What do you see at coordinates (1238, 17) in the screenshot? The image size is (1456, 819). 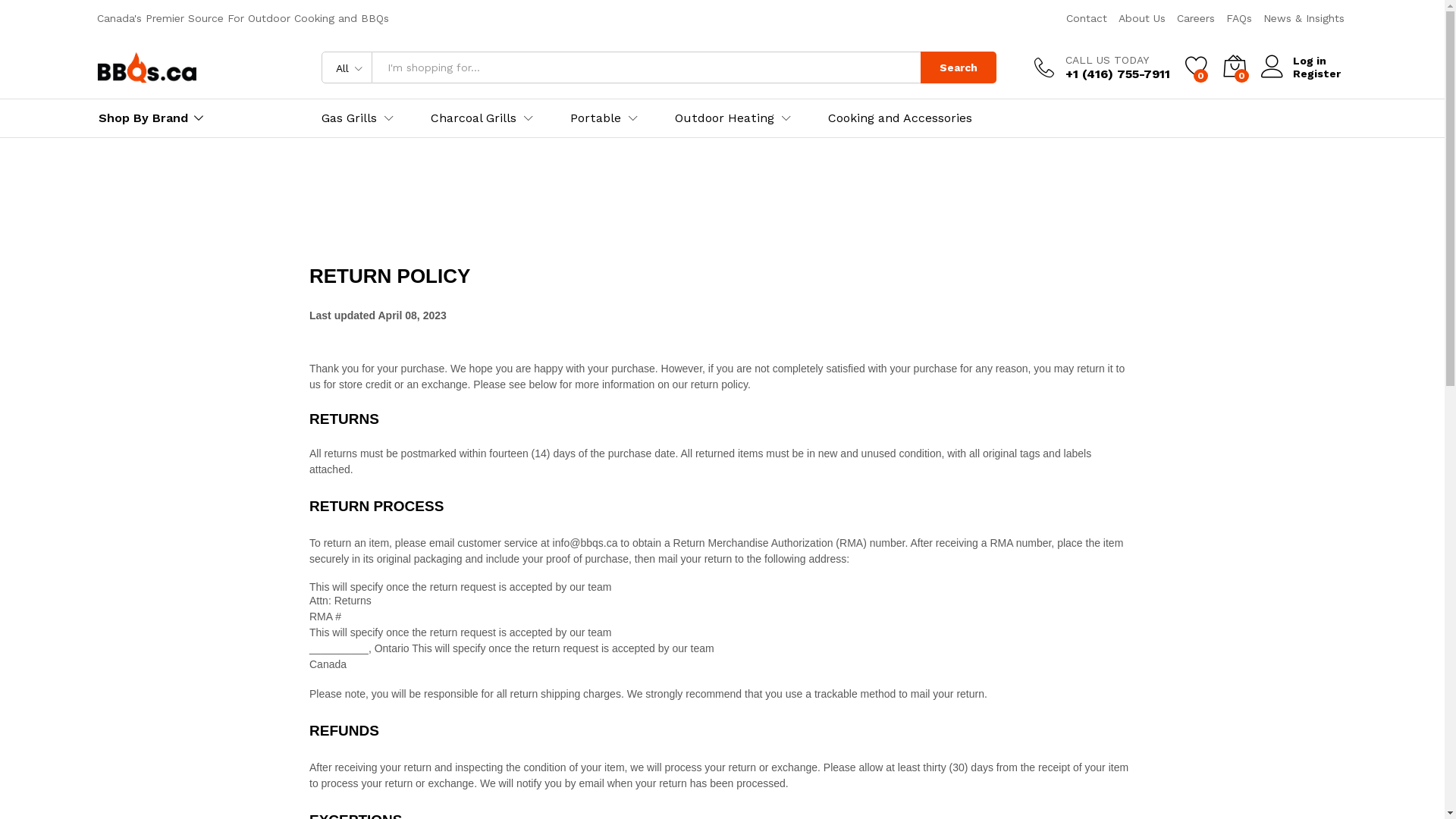 I see `'FAQs'` at bounding box center [1238, 17].